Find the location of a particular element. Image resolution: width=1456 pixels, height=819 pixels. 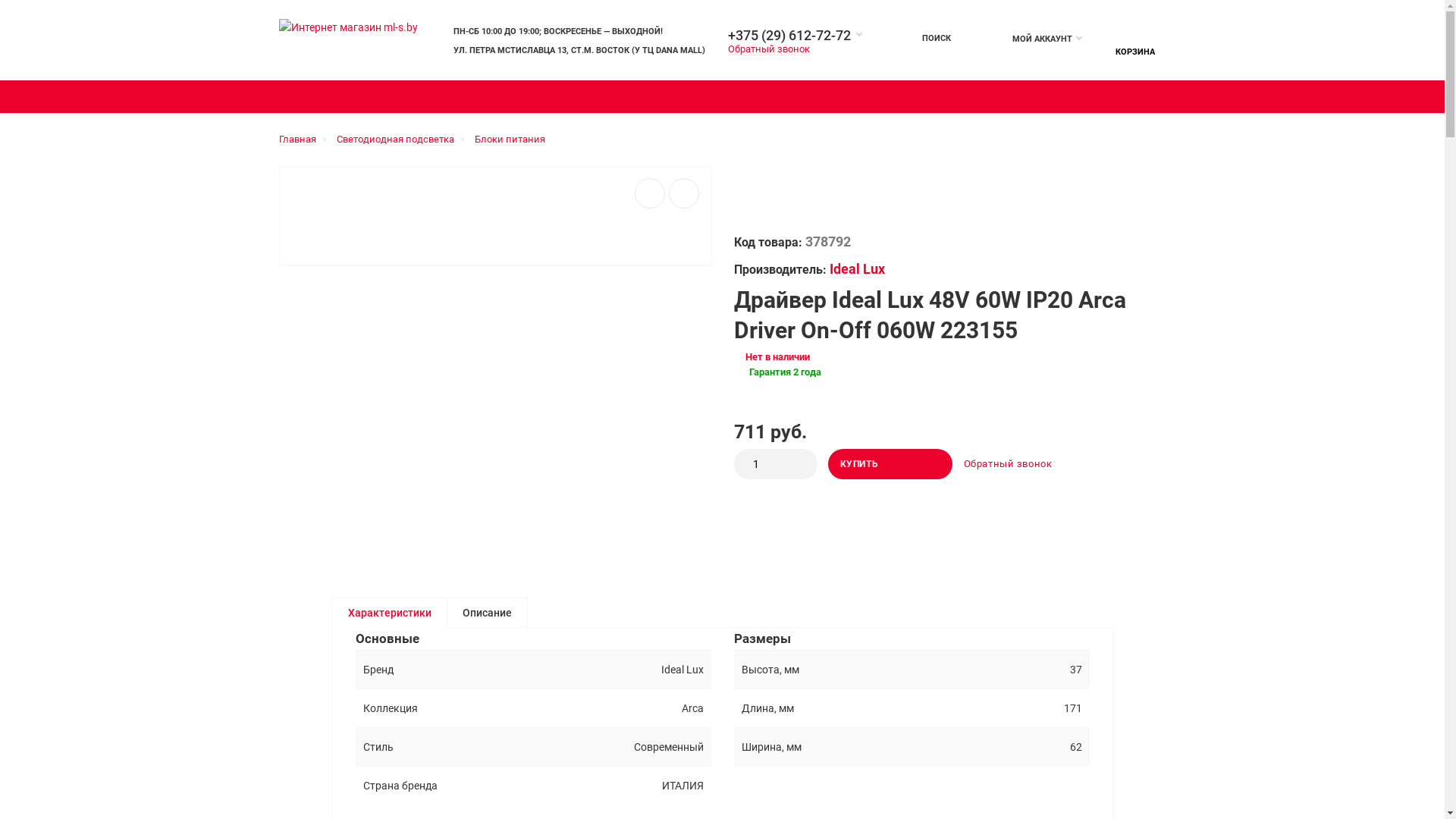

'Ideal Lux' is located at coordinates (857, 268).